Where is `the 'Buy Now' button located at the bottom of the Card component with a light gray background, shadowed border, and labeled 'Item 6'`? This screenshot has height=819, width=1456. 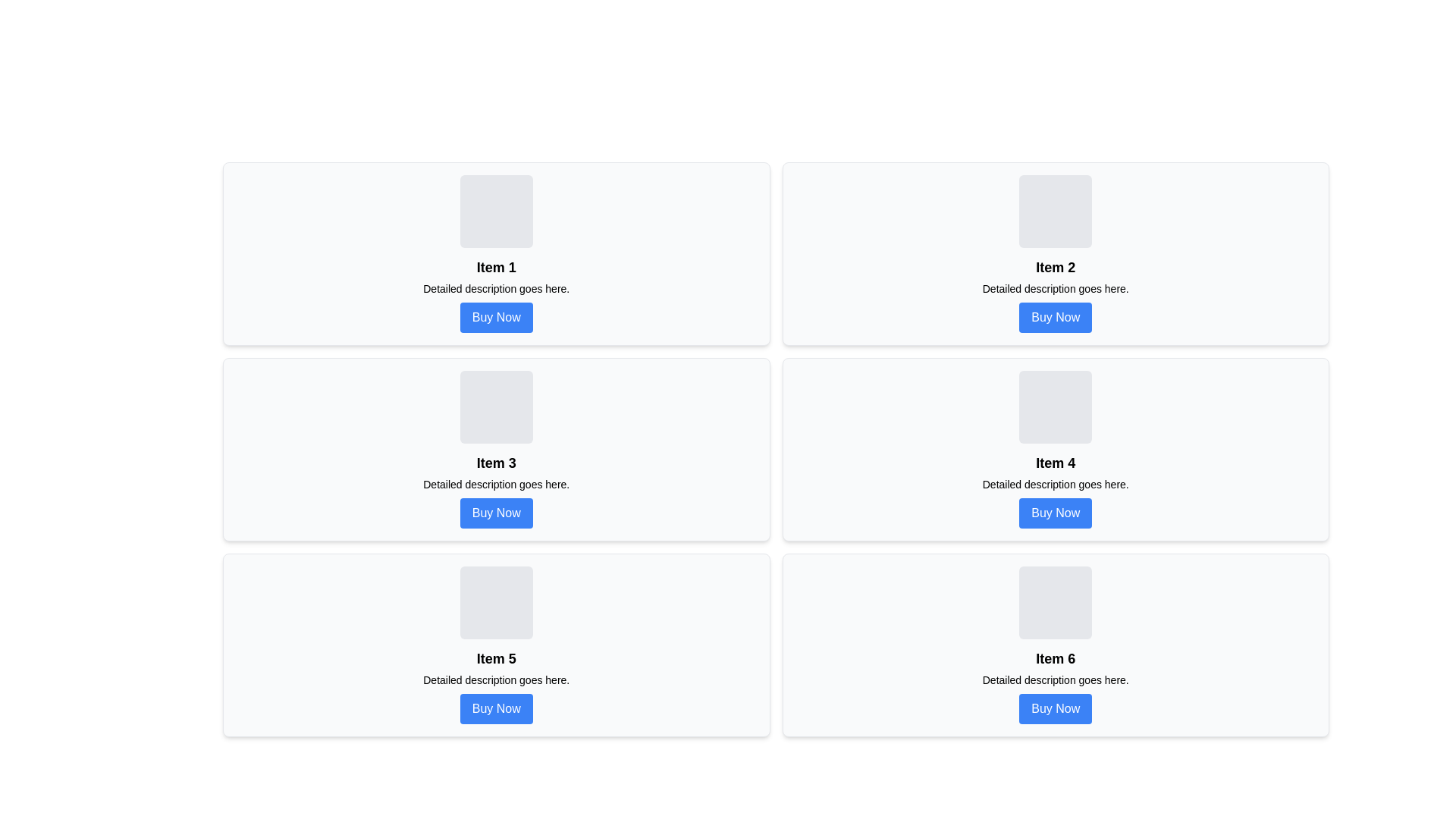
the 'Buy Now' button located at the bottom of the Card component with a light gray background, shadowed border, and labeled 'Item 6' is located at coordinates (1055, 645).